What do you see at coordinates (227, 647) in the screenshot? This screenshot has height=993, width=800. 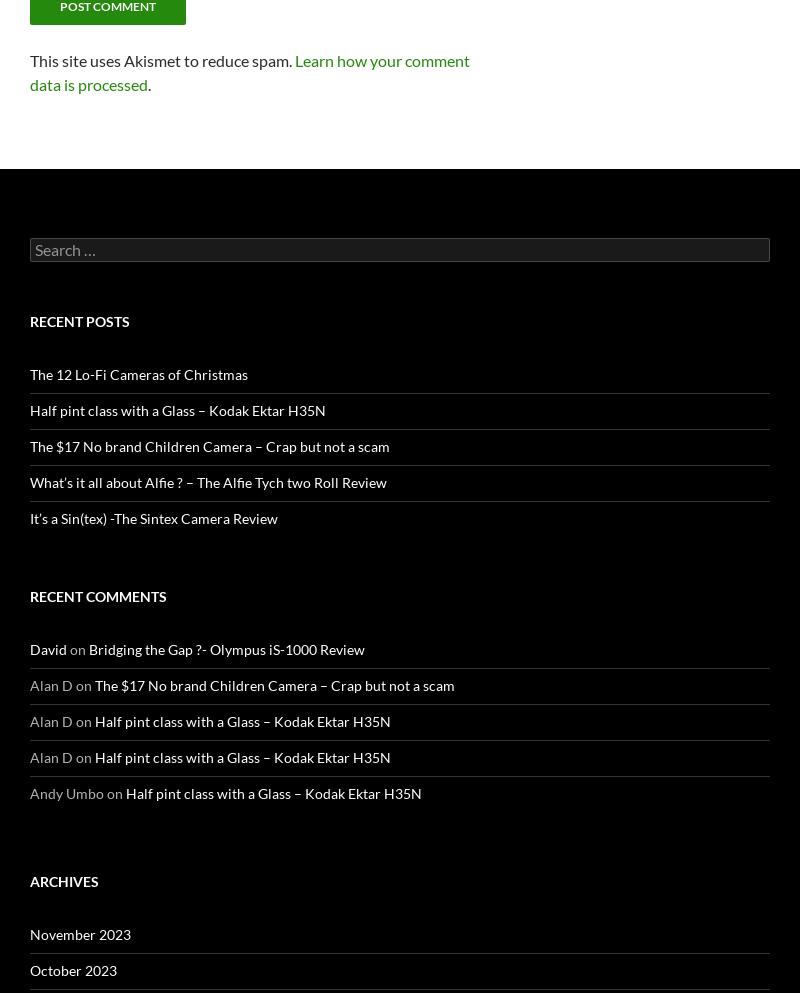 I see `'Bridging the Gap ?- Olympus iS-1000 Review'` at bounding box center [227, 647].